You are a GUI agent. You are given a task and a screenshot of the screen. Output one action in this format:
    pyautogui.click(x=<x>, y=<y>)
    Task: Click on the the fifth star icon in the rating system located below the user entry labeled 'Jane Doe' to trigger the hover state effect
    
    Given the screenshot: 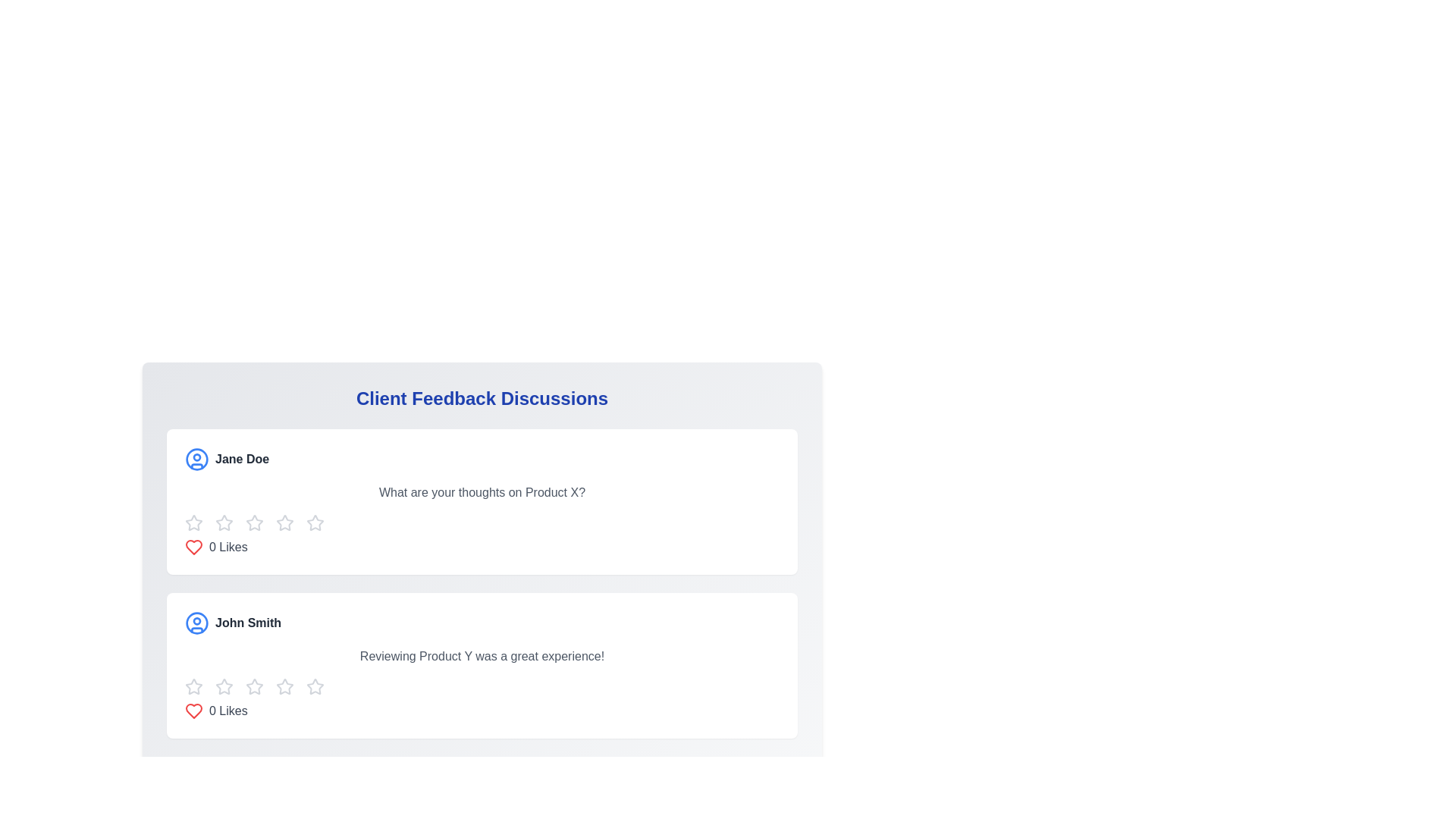 What is the action you would take?
    pyautogui.click(x=315, y=522)
    